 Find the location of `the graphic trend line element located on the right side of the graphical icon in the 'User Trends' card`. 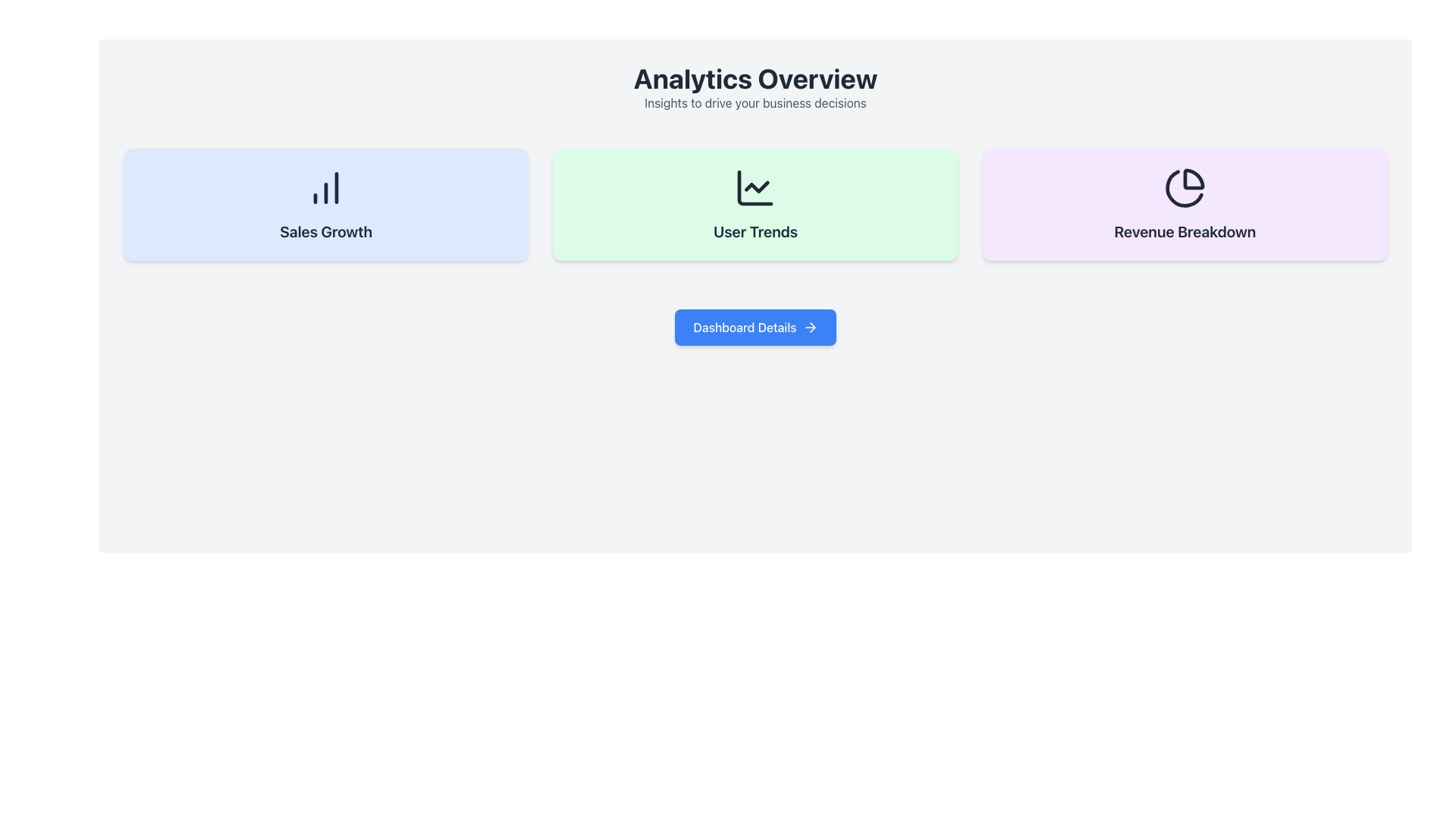

the graphic trend line element located on the right side of the graphical icon in the 'User Trends' card is located at coordinates (757, 186).